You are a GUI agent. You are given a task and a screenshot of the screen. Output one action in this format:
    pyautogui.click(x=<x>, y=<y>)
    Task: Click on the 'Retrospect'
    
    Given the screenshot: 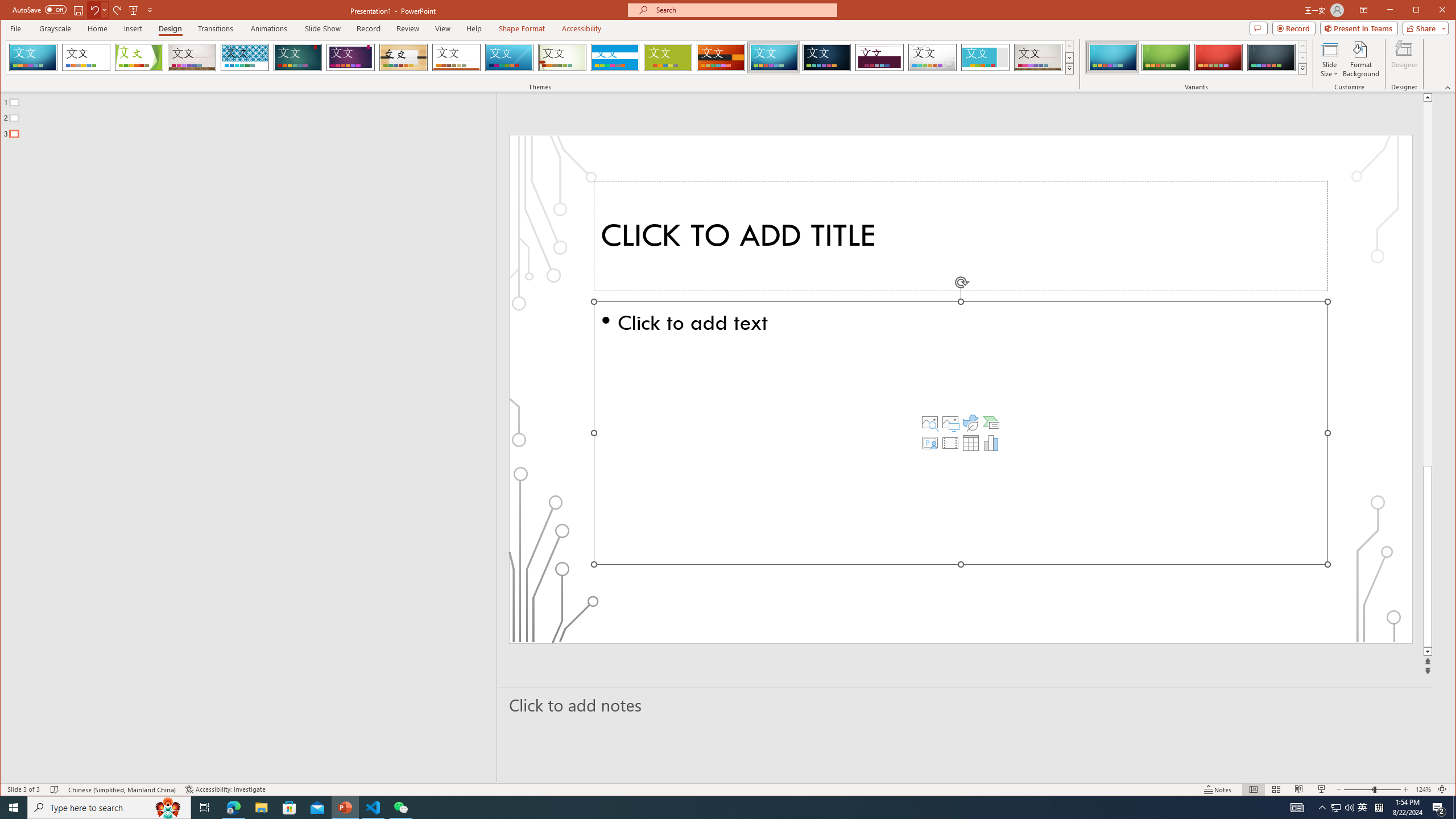 What is the action you would take?
    pyautogui.click(x=456, y=57)
    